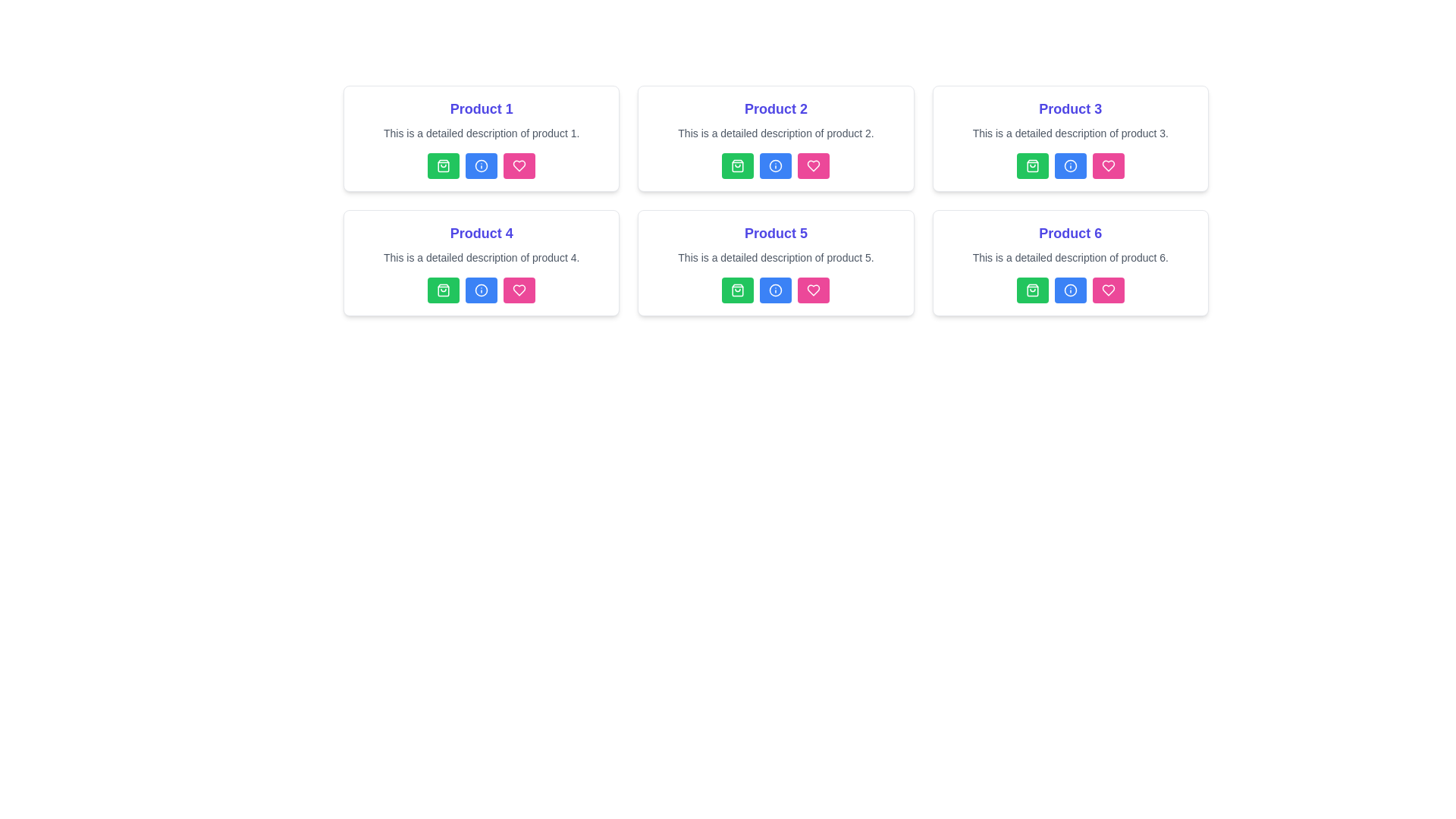 This screenshot has height=819, width=1456. I want to click on the blue button for more information on the product card located in the second row, second column of the grid layout, so click(776, 262).